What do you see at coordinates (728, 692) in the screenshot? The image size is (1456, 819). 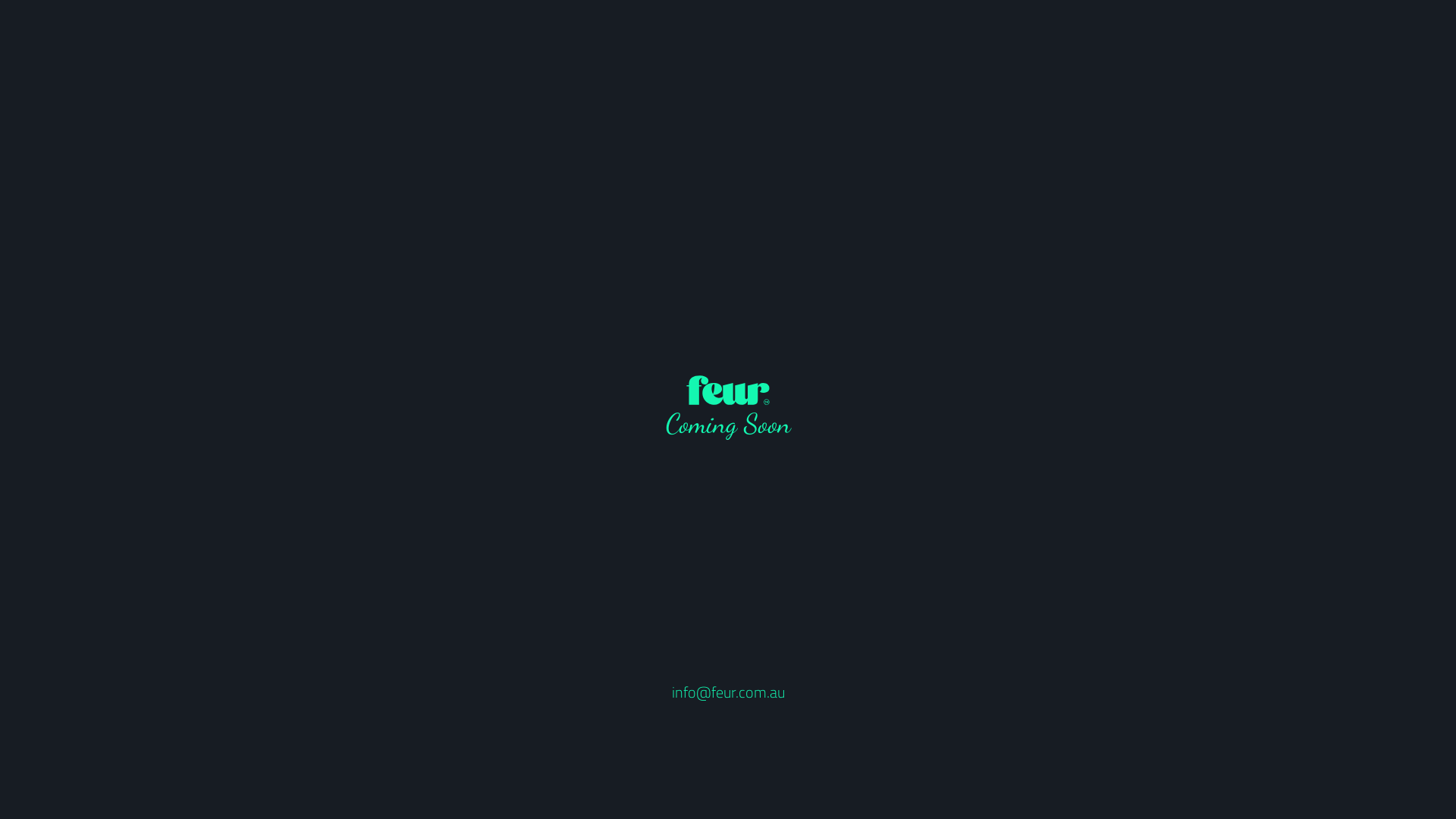 I see `'info@feur.com.au'` at bounding box center [728, 692].